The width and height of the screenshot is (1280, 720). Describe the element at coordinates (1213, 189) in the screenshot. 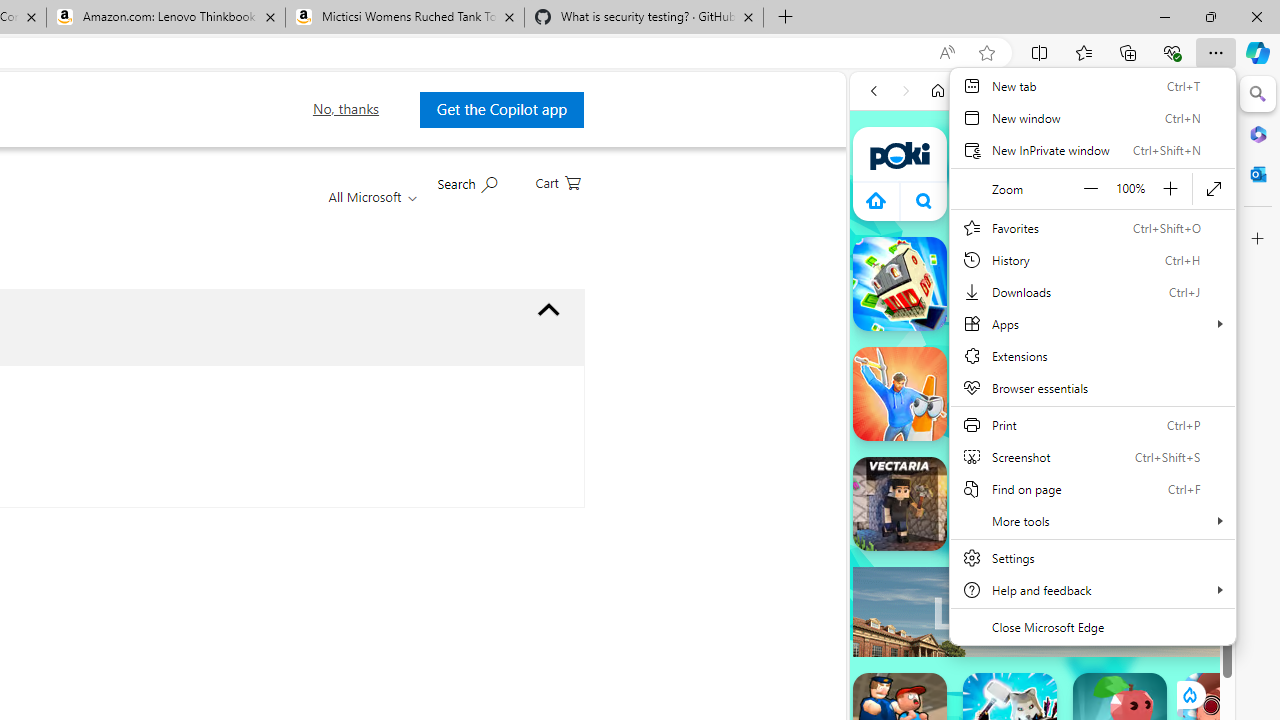

I see `'Enter full screen (F11)'` at that location.